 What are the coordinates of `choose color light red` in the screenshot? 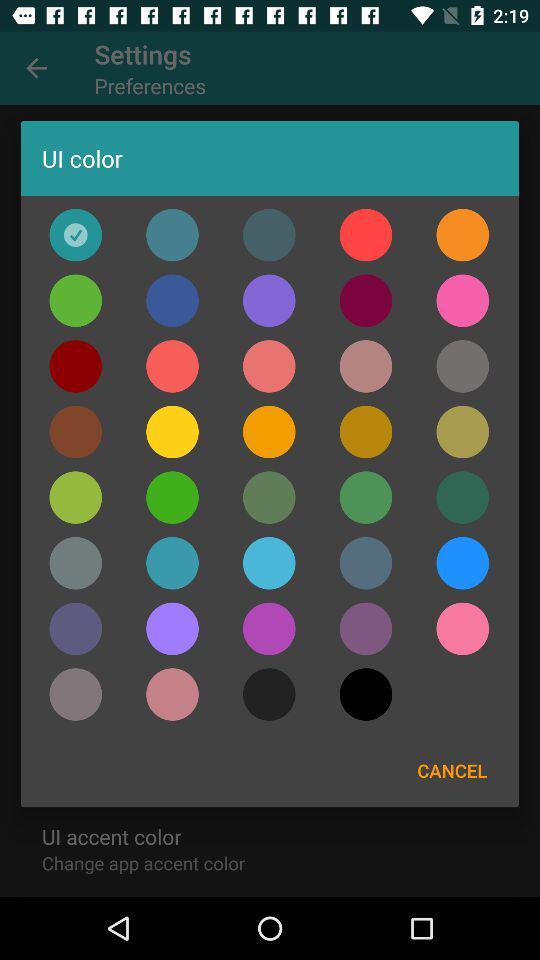 It's located at (172, 365).